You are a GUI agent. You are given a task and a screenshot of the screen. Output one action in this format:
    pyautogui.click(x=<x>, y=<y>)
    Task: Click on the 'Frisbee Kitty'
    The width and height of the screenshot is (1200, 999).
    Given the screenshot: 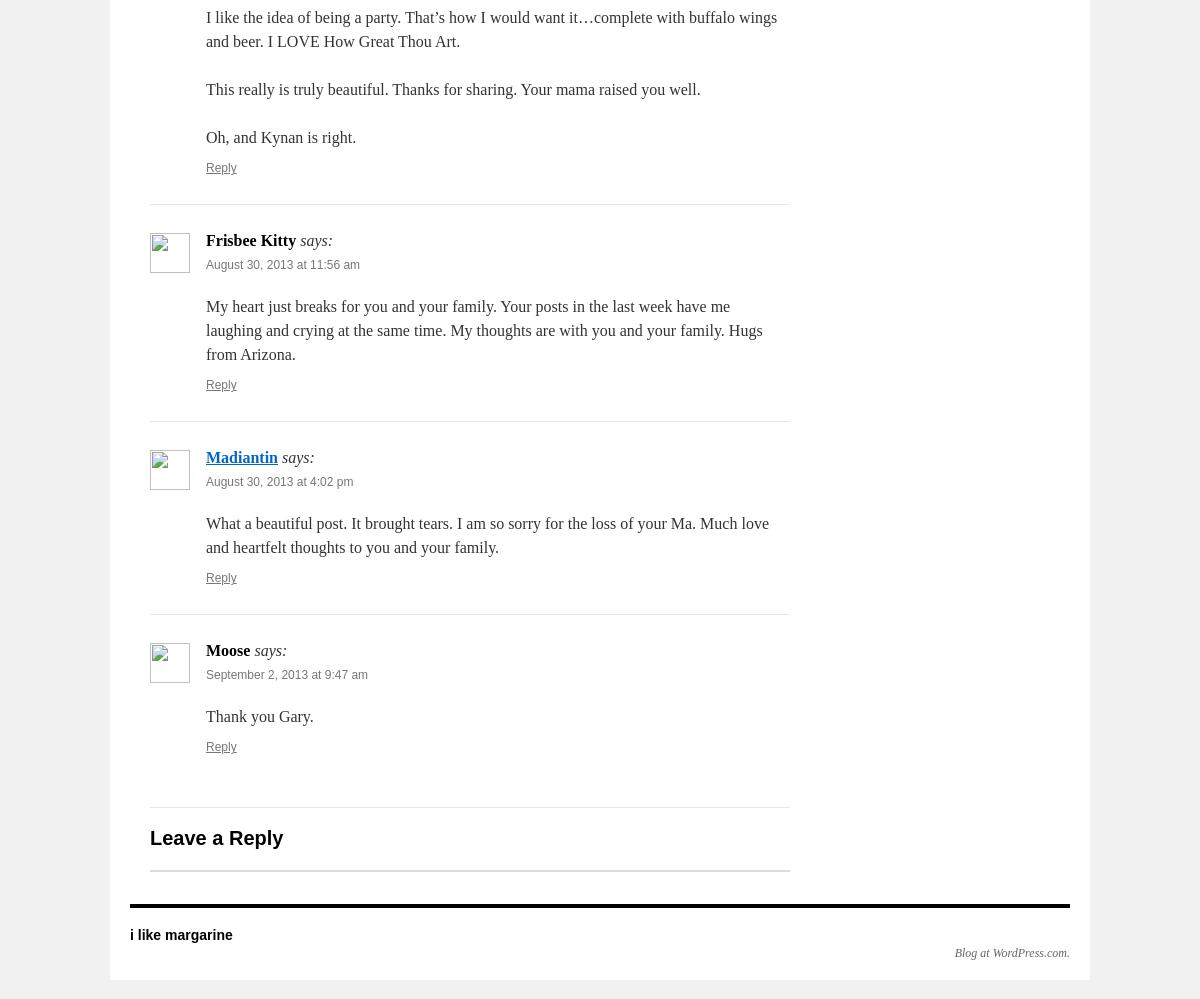 What is the action you would take?
    pyautogui.click(x=250, y=240)
    